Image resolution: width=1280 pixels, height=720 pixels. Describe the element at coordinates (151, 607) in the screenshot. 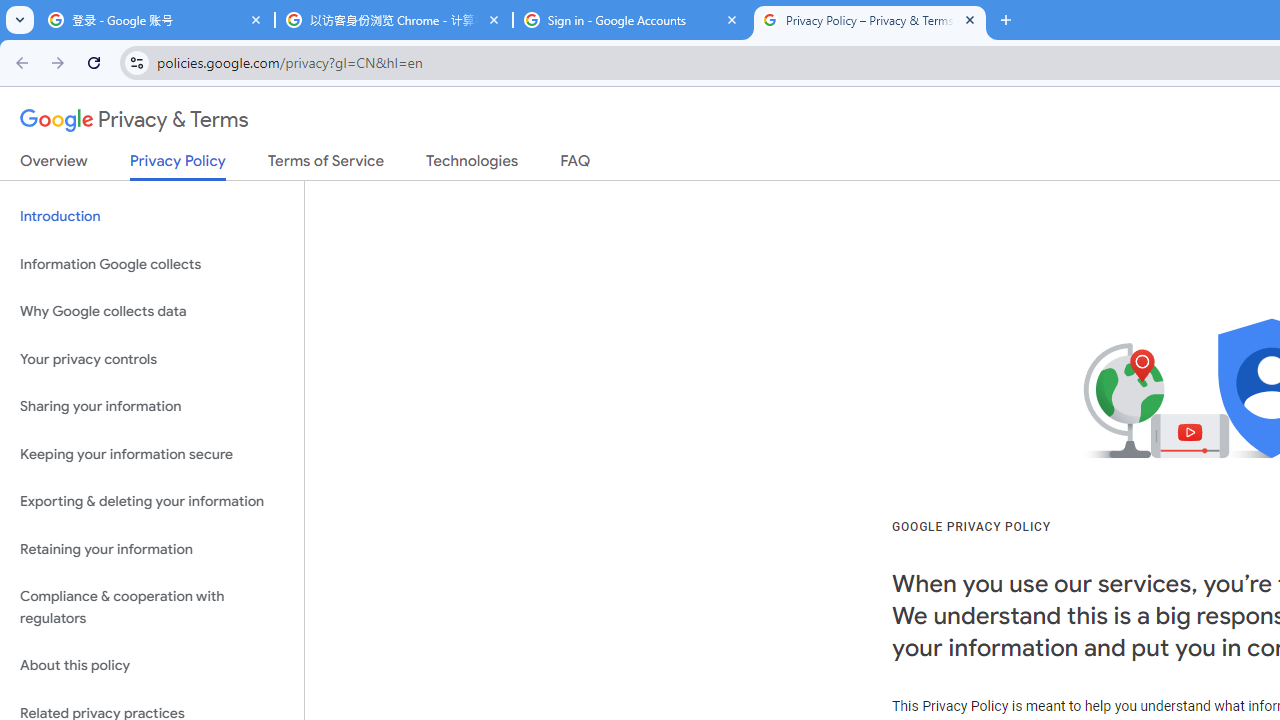

I see `'Compliance & cooperation with regulators'` at that location.